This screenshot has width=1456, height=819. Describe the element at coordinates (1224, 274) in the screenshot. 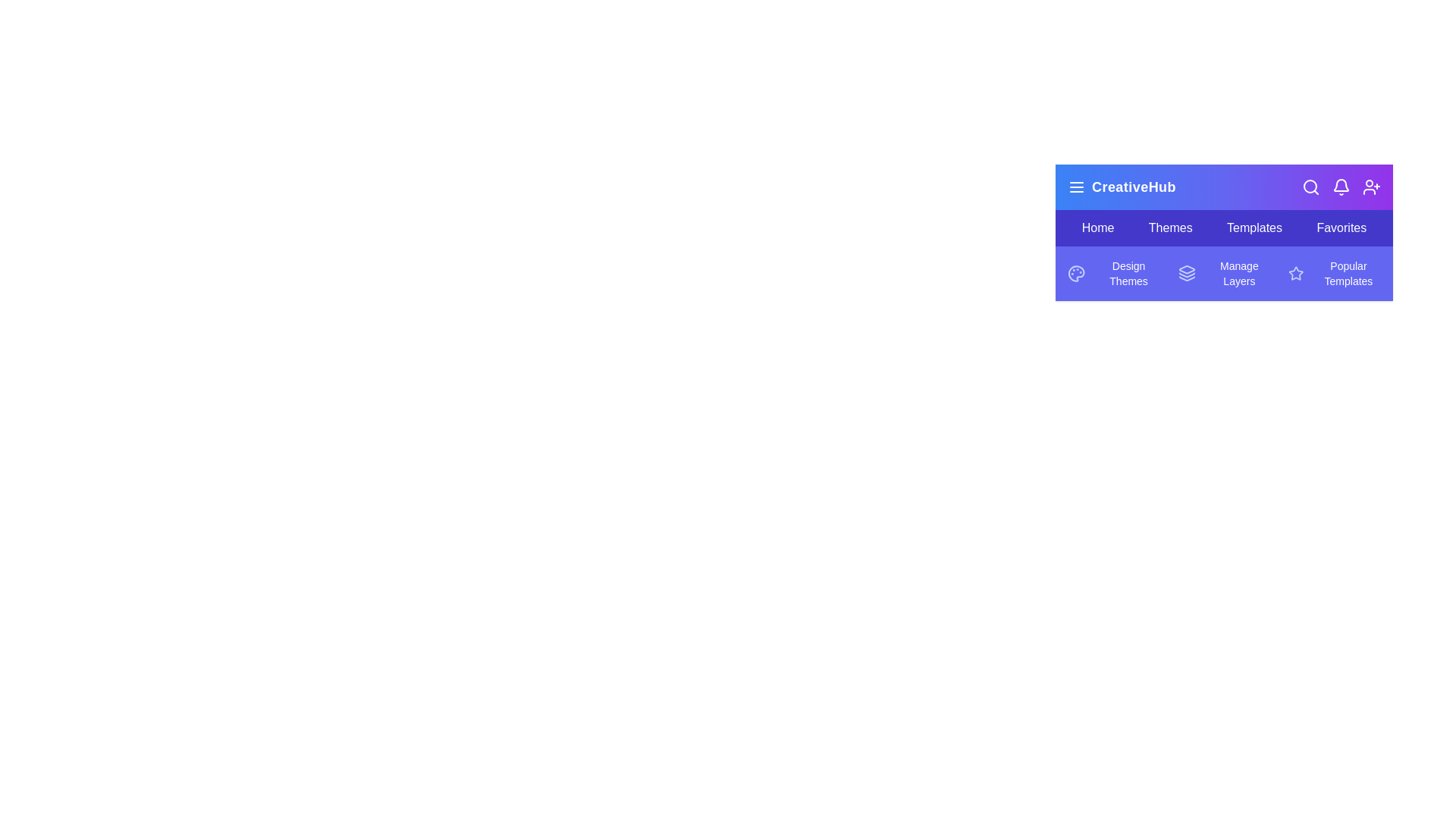

I see `the sub-menu option Manage Layers` at that location.